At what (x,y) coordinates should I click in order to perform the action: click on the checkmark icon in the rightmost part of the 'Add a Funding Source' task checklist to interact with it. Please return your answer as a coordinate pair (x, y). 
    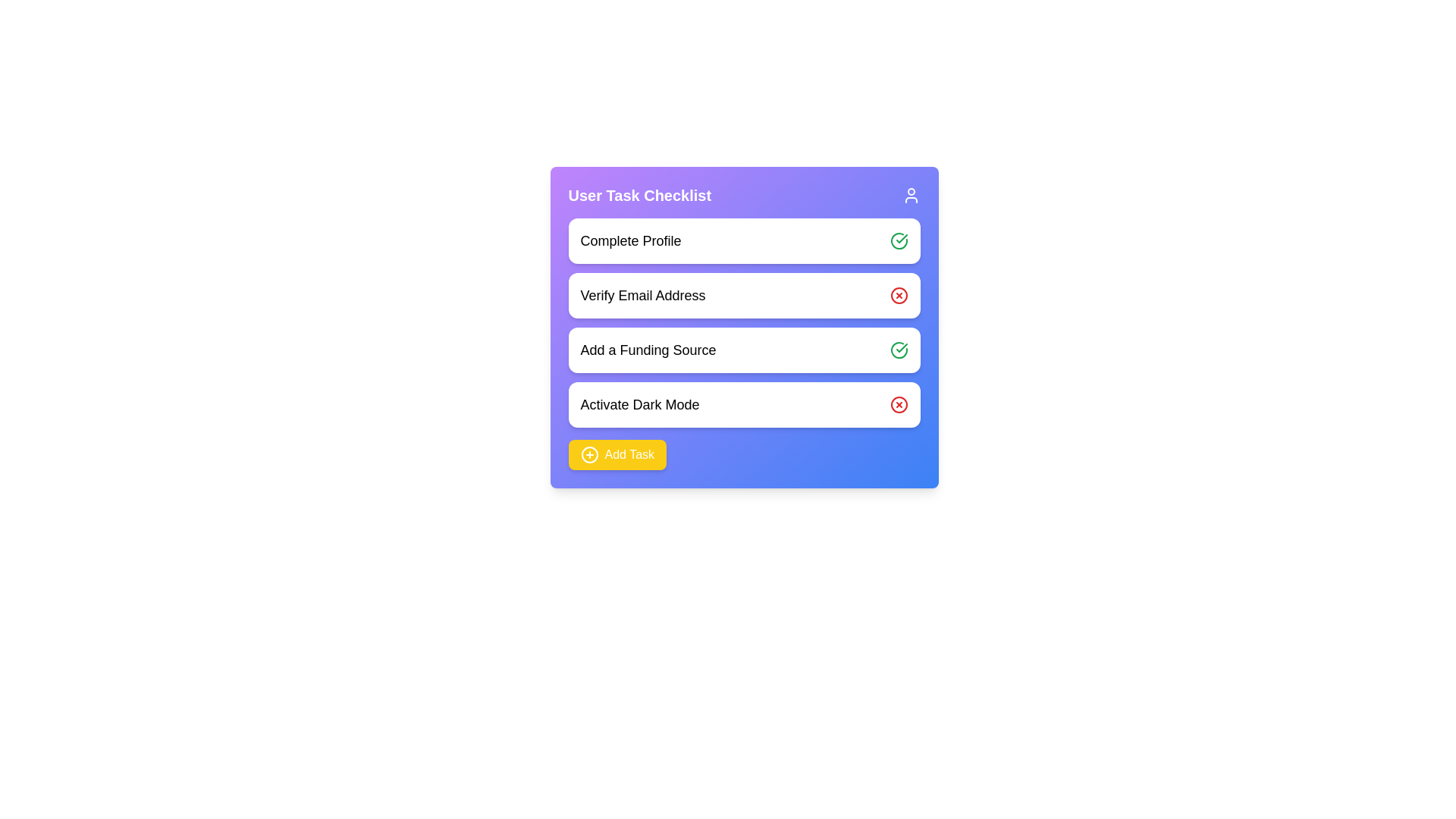
    Looking at the image, I should click on (902, 239).